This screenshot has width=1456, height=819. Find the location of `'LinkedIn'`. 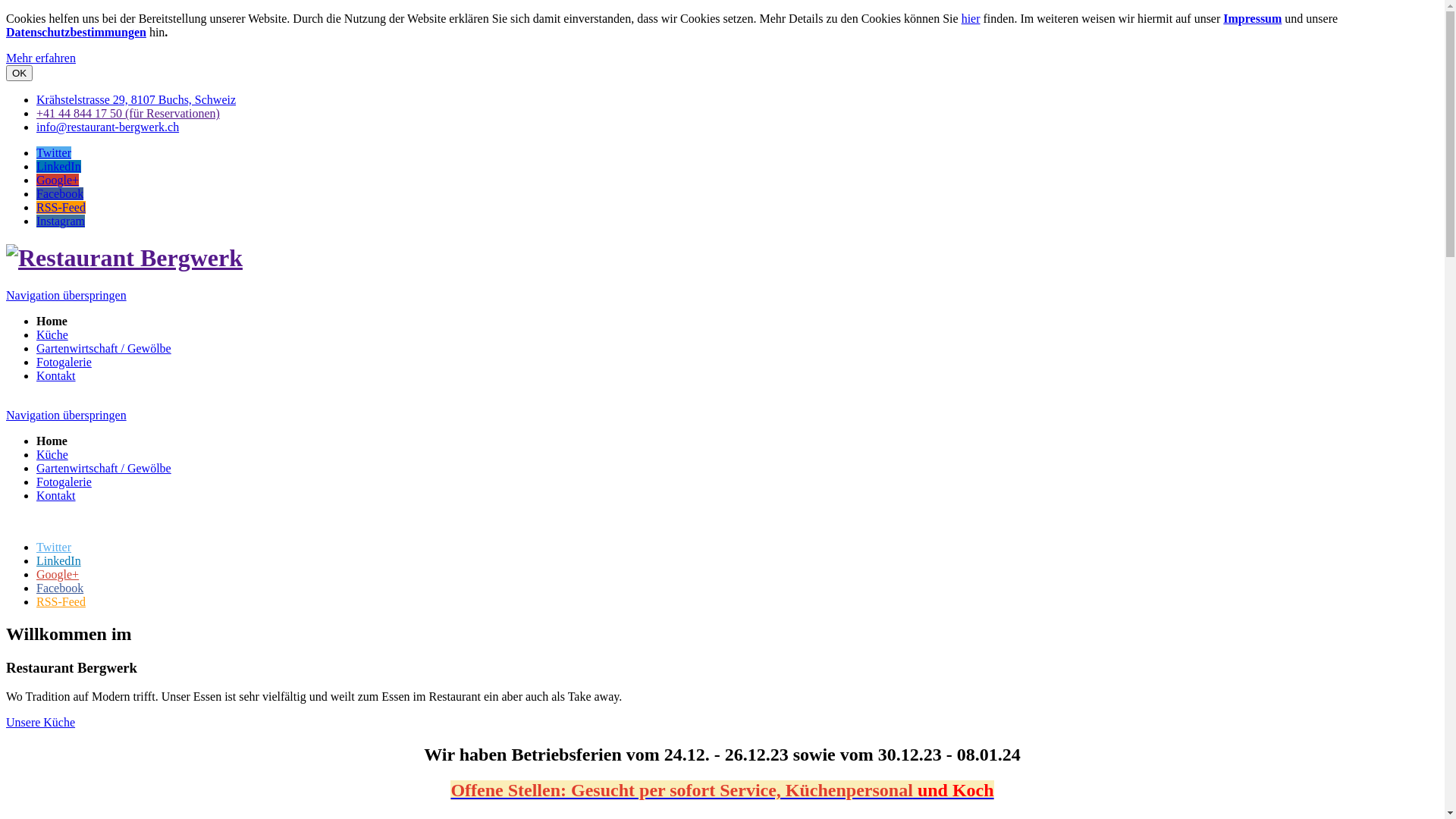

'LinkedIn' is located at coordinates (58, 560).